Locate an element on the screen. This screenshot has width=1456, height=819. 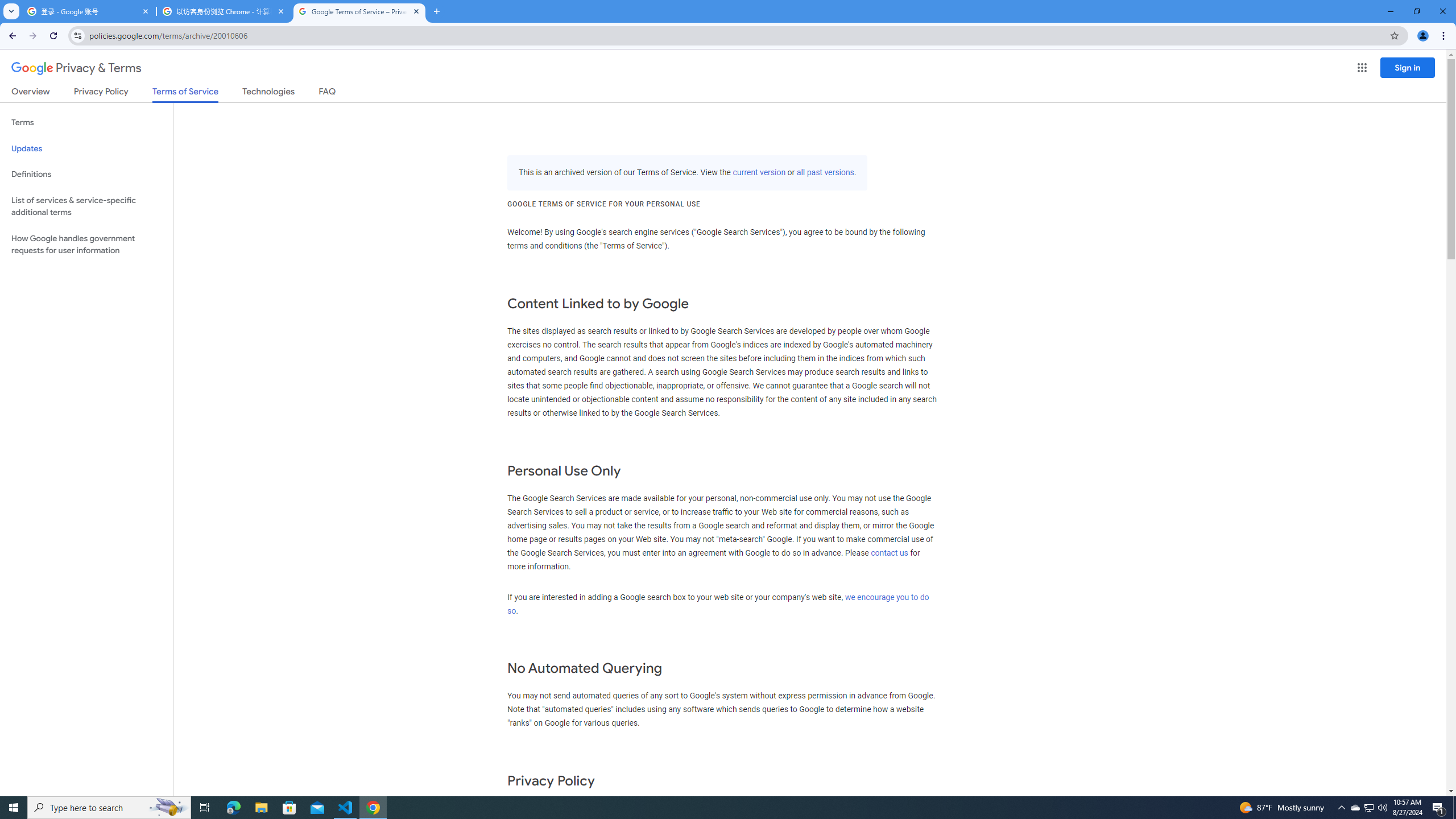
'Definitions' is located at coordinates (86, 174).